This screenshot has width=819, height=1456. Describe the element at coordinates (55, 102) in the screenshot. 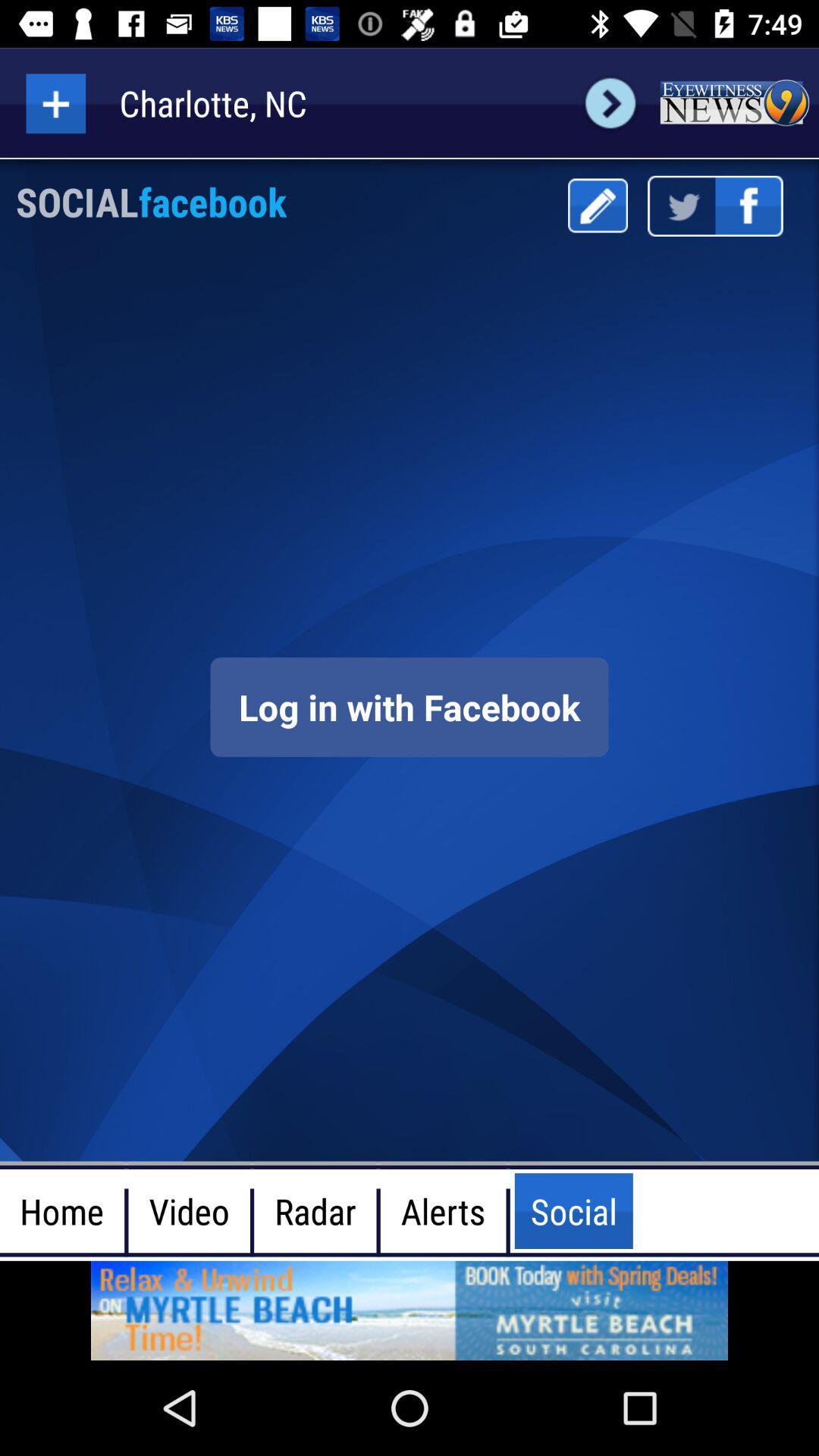

I see `add to feature` at that location.